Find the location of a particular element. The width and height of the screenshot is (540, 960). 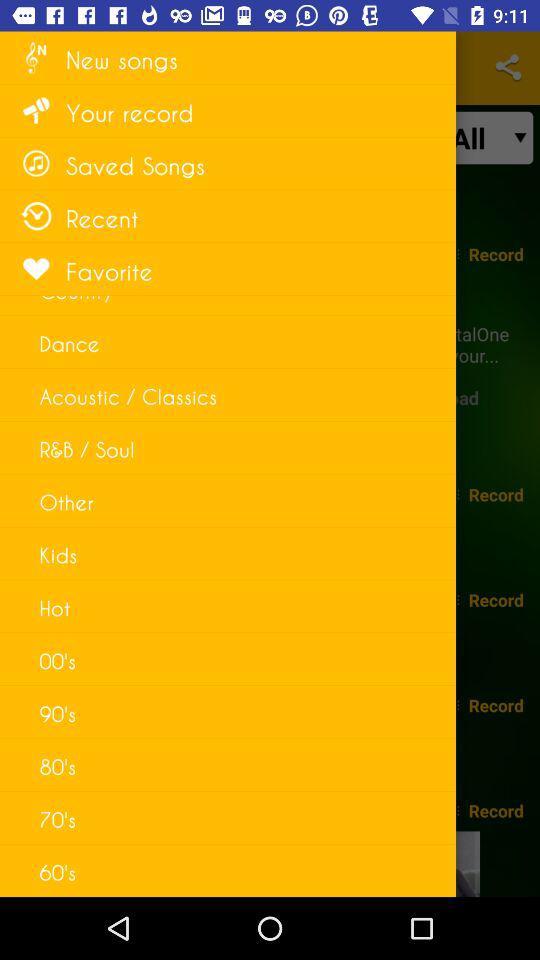

improper bounding box is located at coordinates (71, 569).